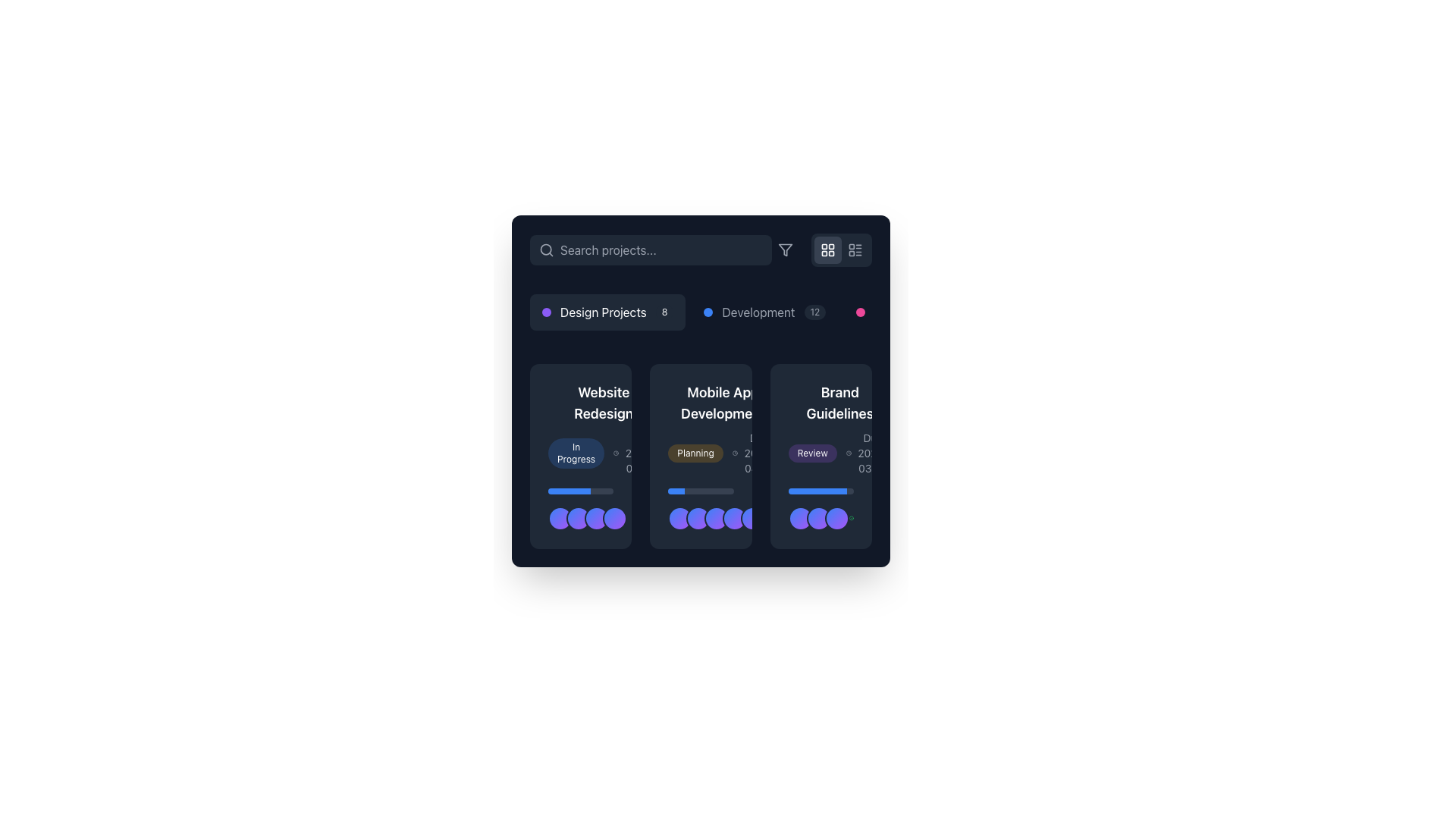  I want to click on the individual circular profile icons in the group of member indicators located within the 'Brand Guidelines' card, positioned at the bottom under the progress bar, so click(820, 509).